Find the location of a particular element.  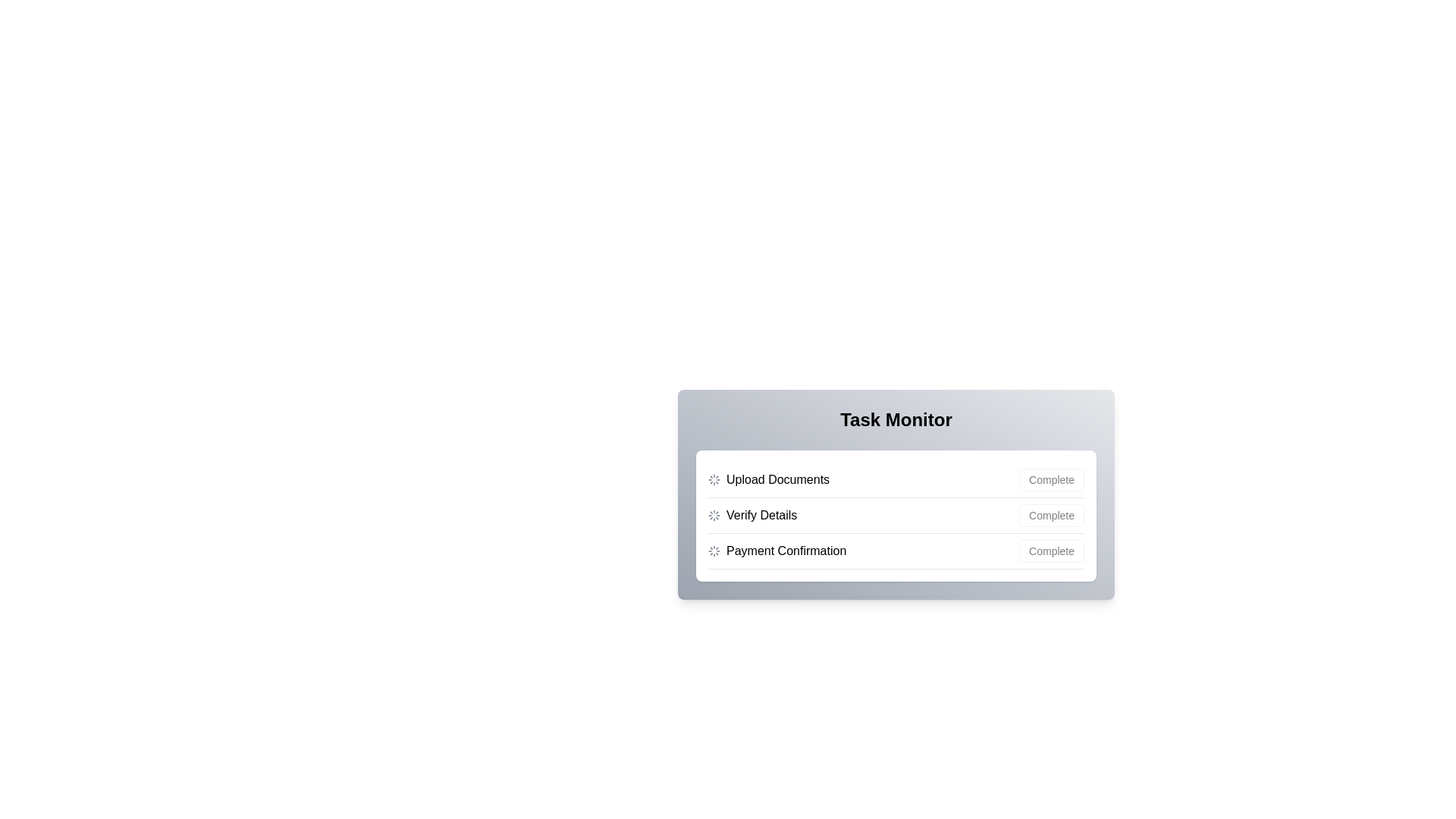

the 'Verify Details' text label, which is the second task title in the vertical list under the 'Task Monitor' section is located at coordinates (761, 514).